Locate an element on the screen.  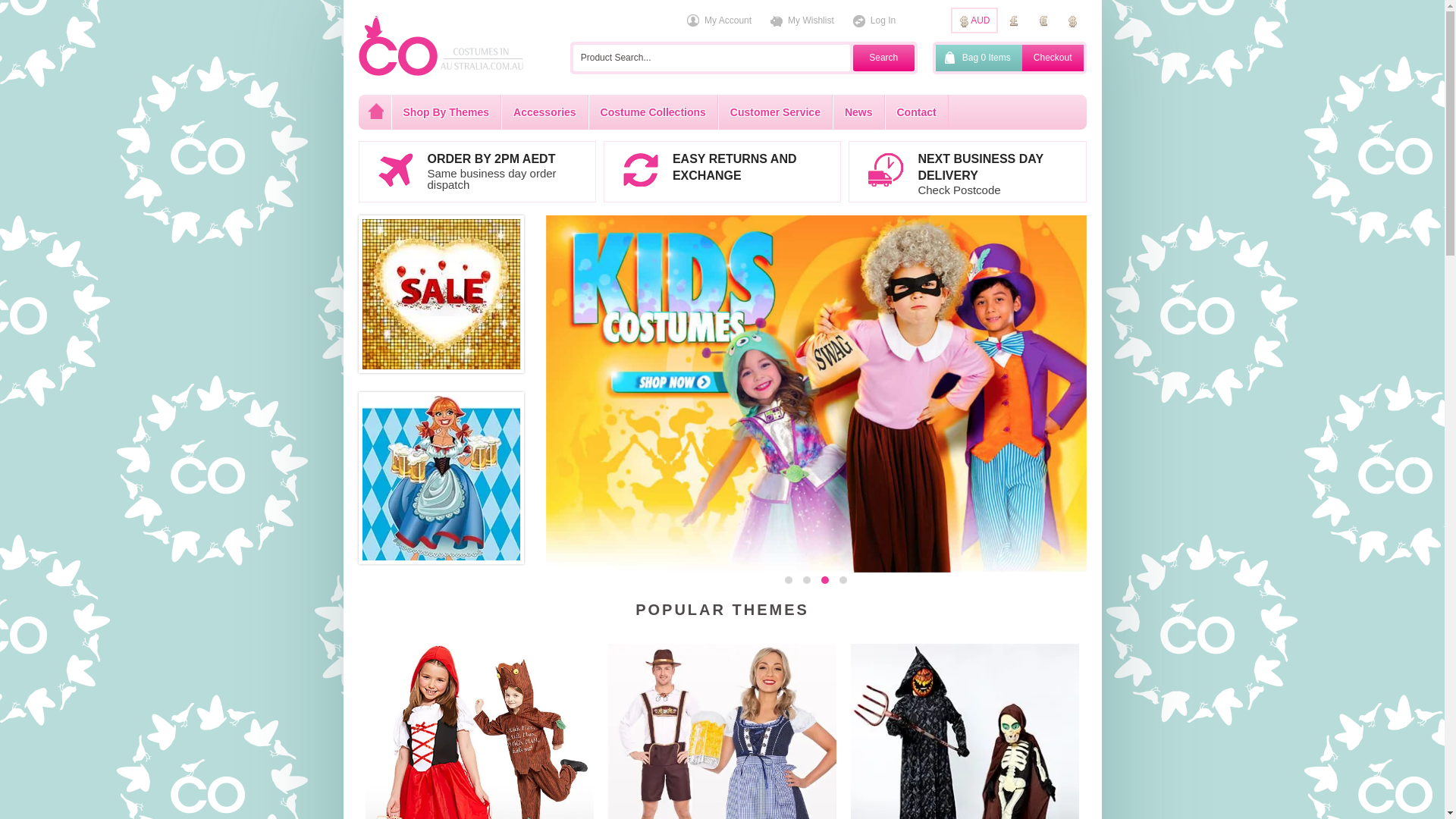
'News' is located at coordinates (858, 111).